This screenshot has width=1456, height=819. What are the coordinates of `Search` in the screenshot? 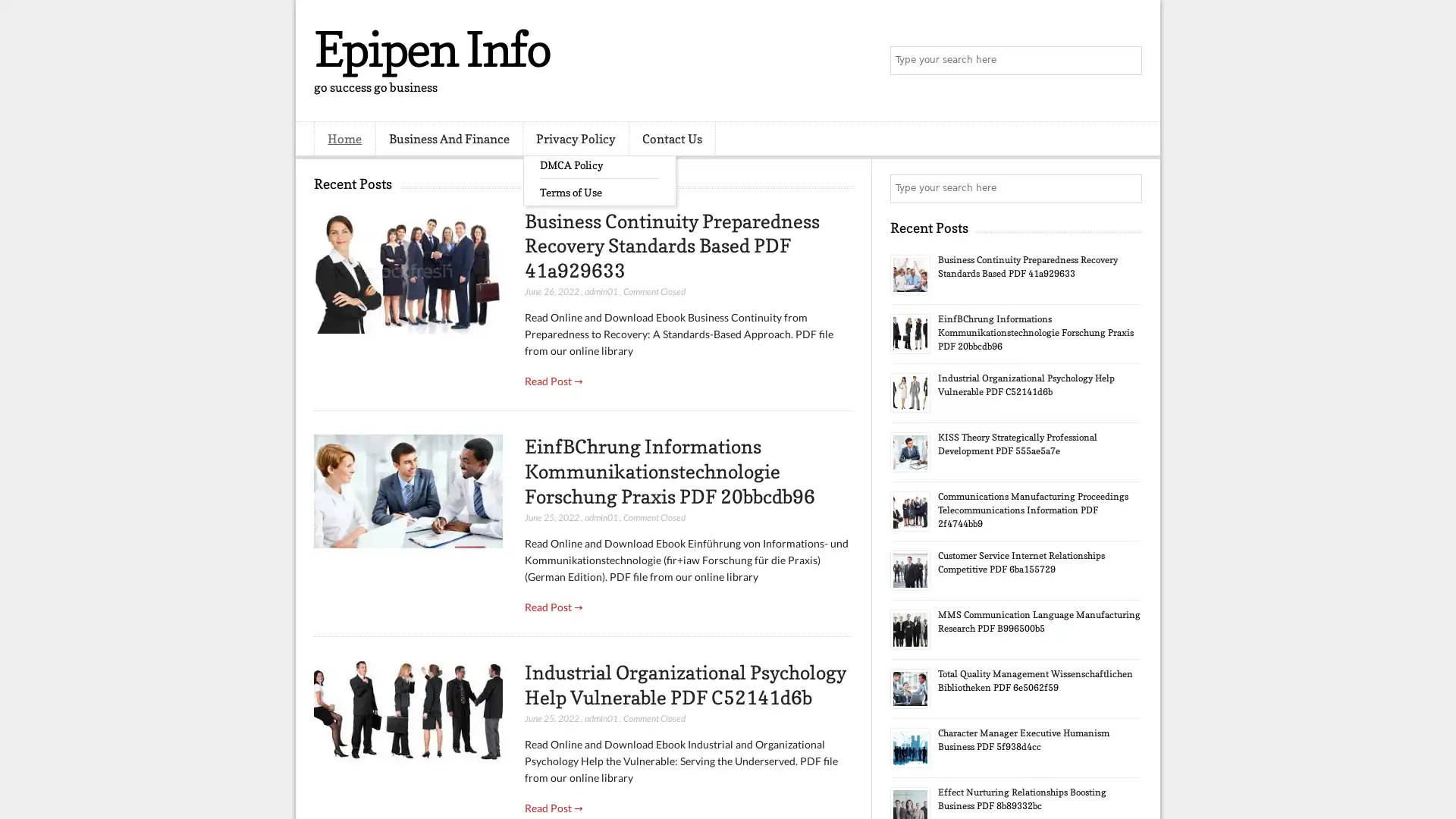 It's located at (1126, 61).